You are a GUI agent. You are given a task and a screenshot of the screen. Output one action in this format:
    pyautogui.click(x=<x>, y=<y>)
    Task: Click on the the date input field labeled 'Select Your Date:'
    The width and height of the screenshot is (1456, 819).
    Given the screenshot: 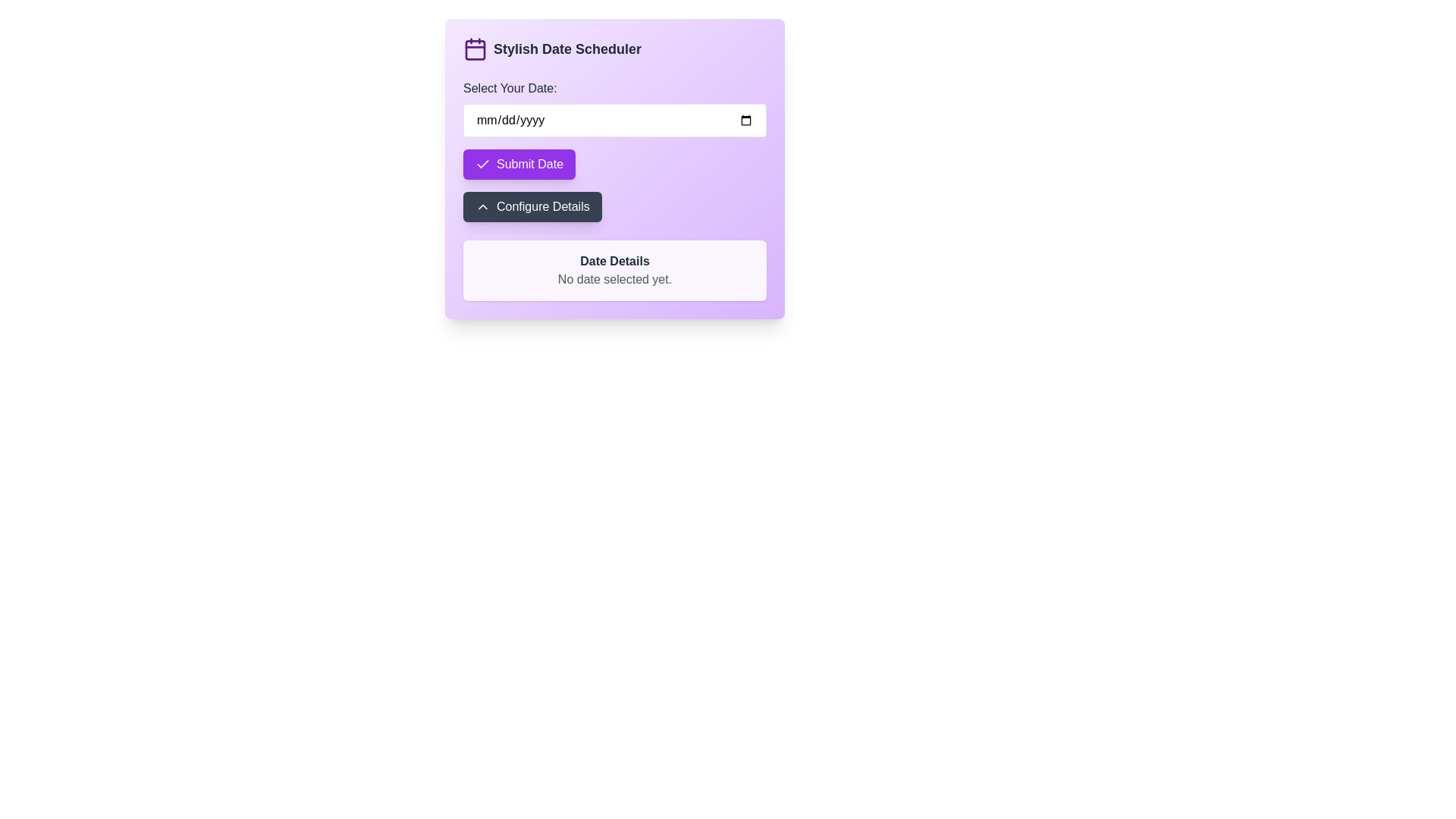 What is the action you would take?
    pyautogui.click(x=615, y=107)
    